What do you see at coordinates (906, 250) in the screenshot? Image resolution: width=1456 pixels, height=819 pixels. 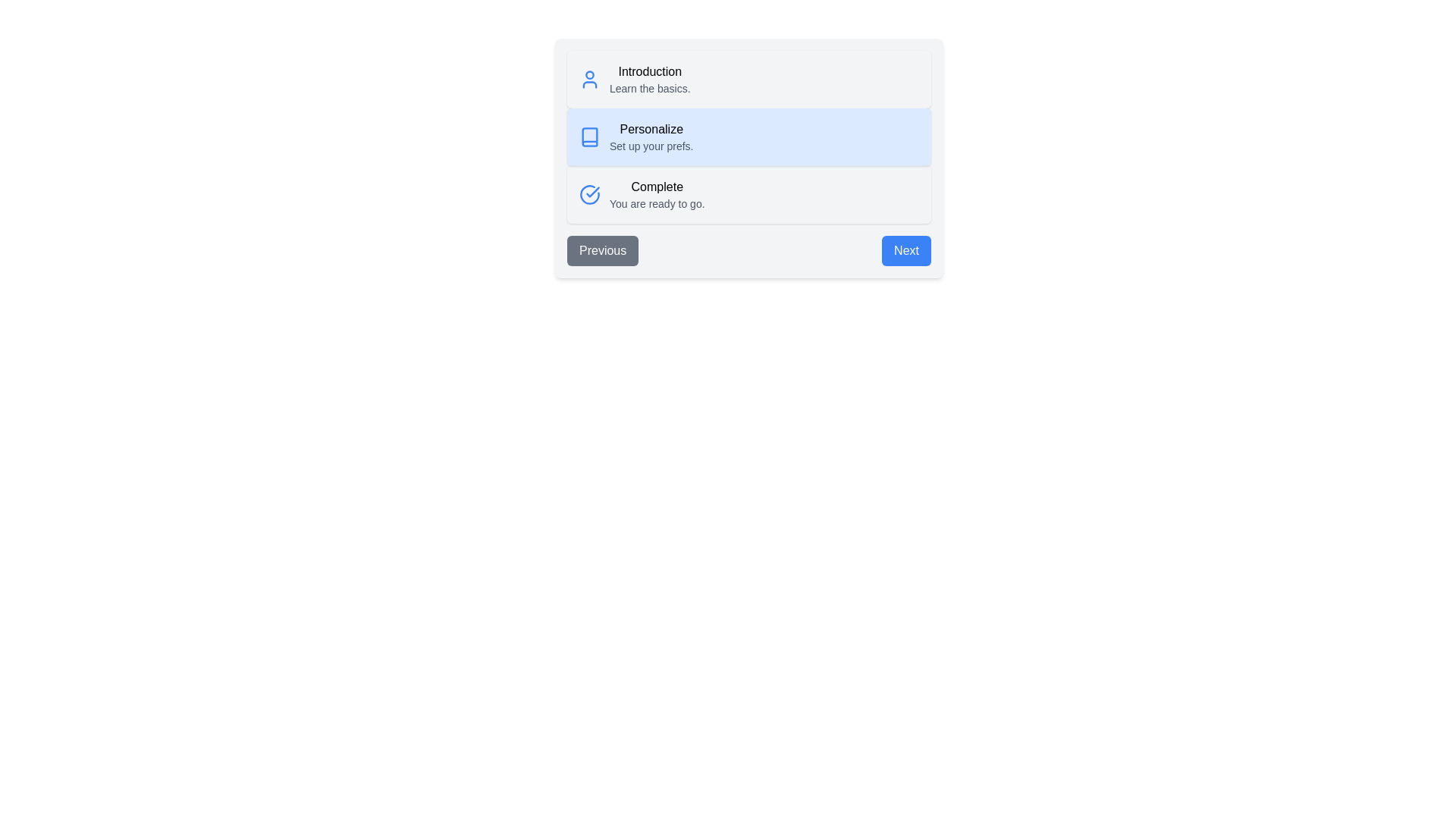 I see `the Next button to navigate the steps` at bounding box center [906, 250].